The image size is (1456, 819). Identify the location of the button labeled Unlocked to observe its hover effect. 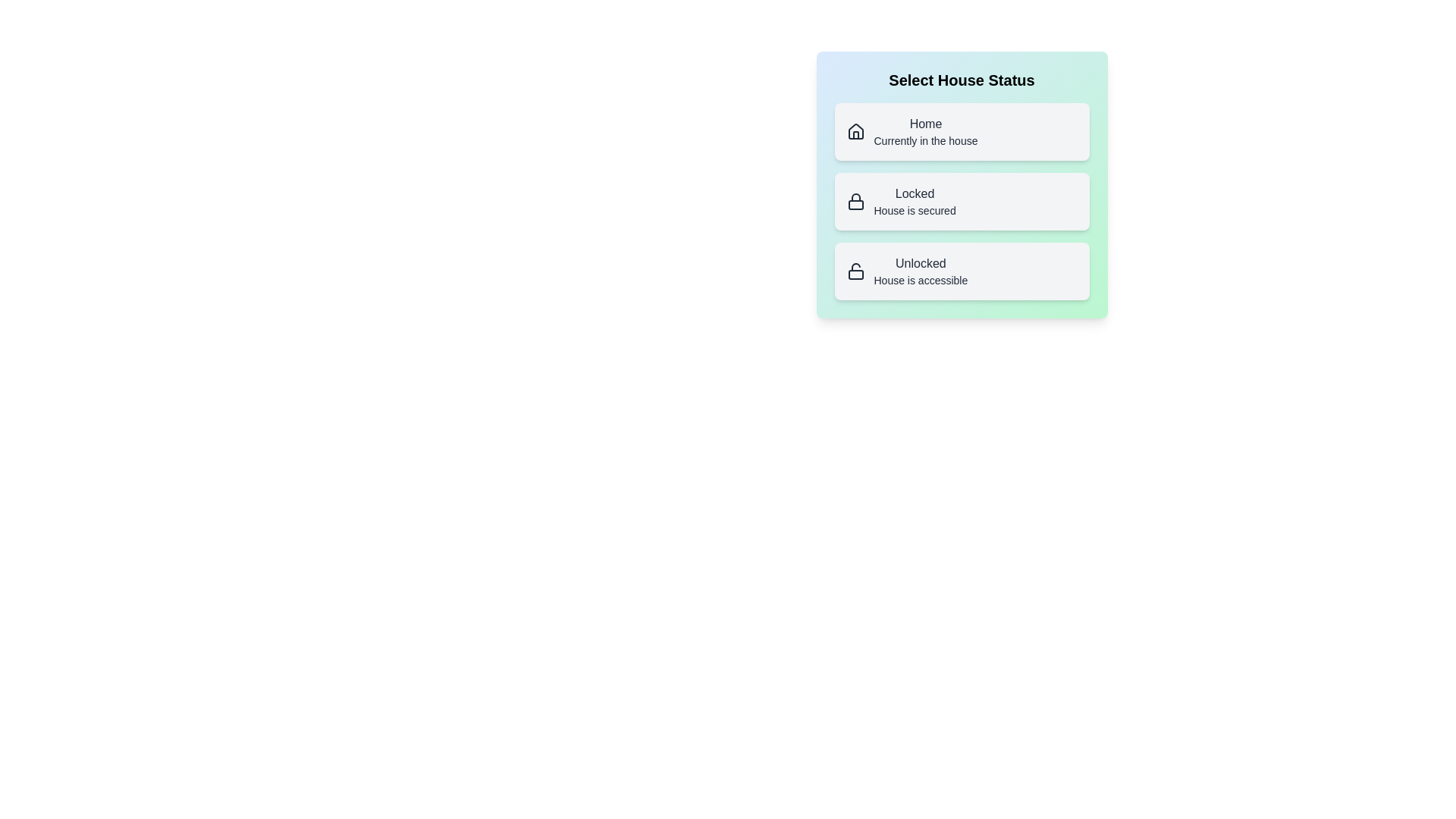
(961, 271).